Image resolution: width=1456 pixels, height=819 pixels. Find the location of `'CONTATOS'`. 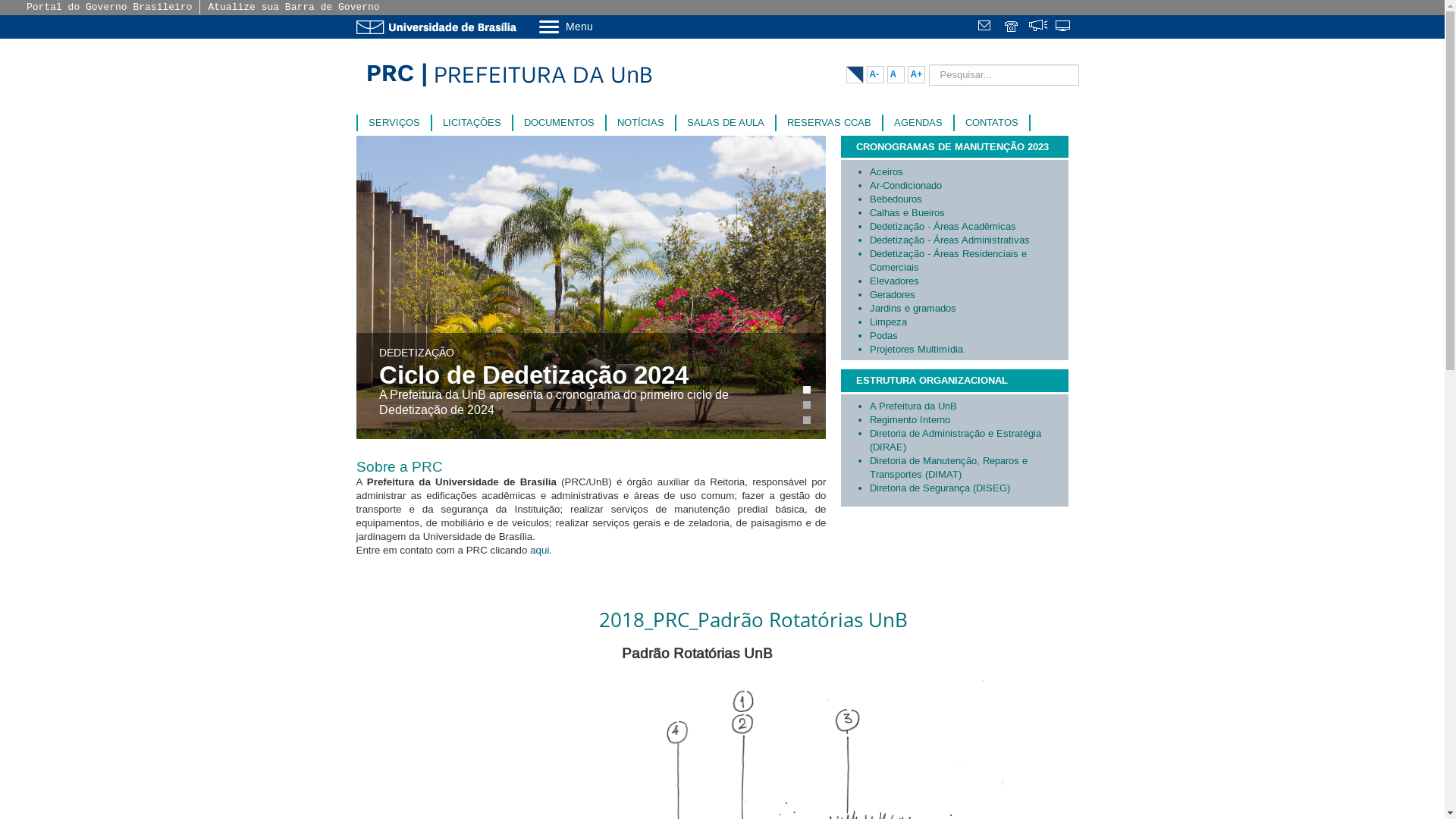

'CONTATOS' is located at coordinates (990, 122).